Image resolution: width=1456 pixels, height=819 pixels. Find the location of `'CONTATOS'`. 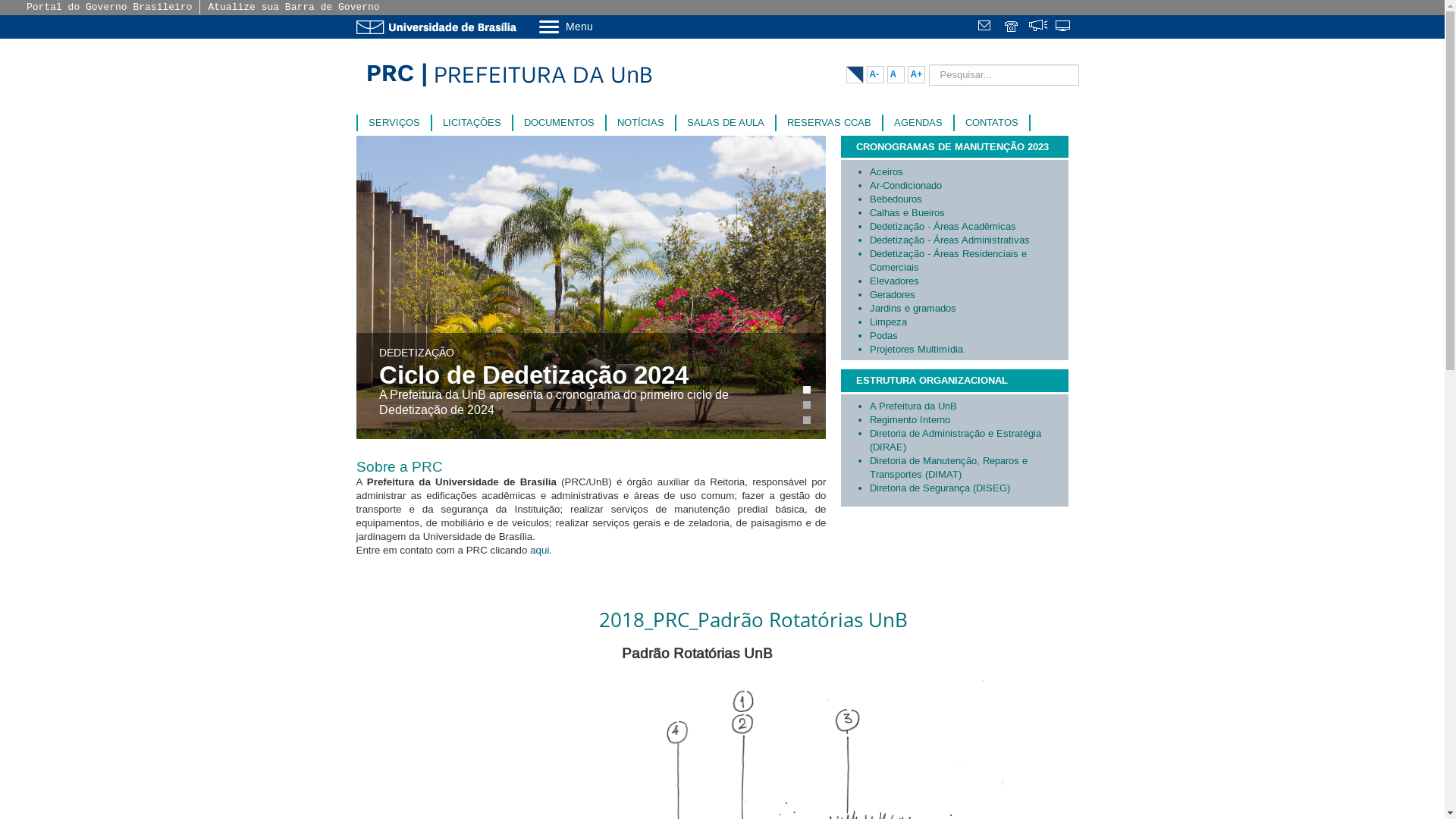

'CONTATOS' is located at coordinates (990, 122).